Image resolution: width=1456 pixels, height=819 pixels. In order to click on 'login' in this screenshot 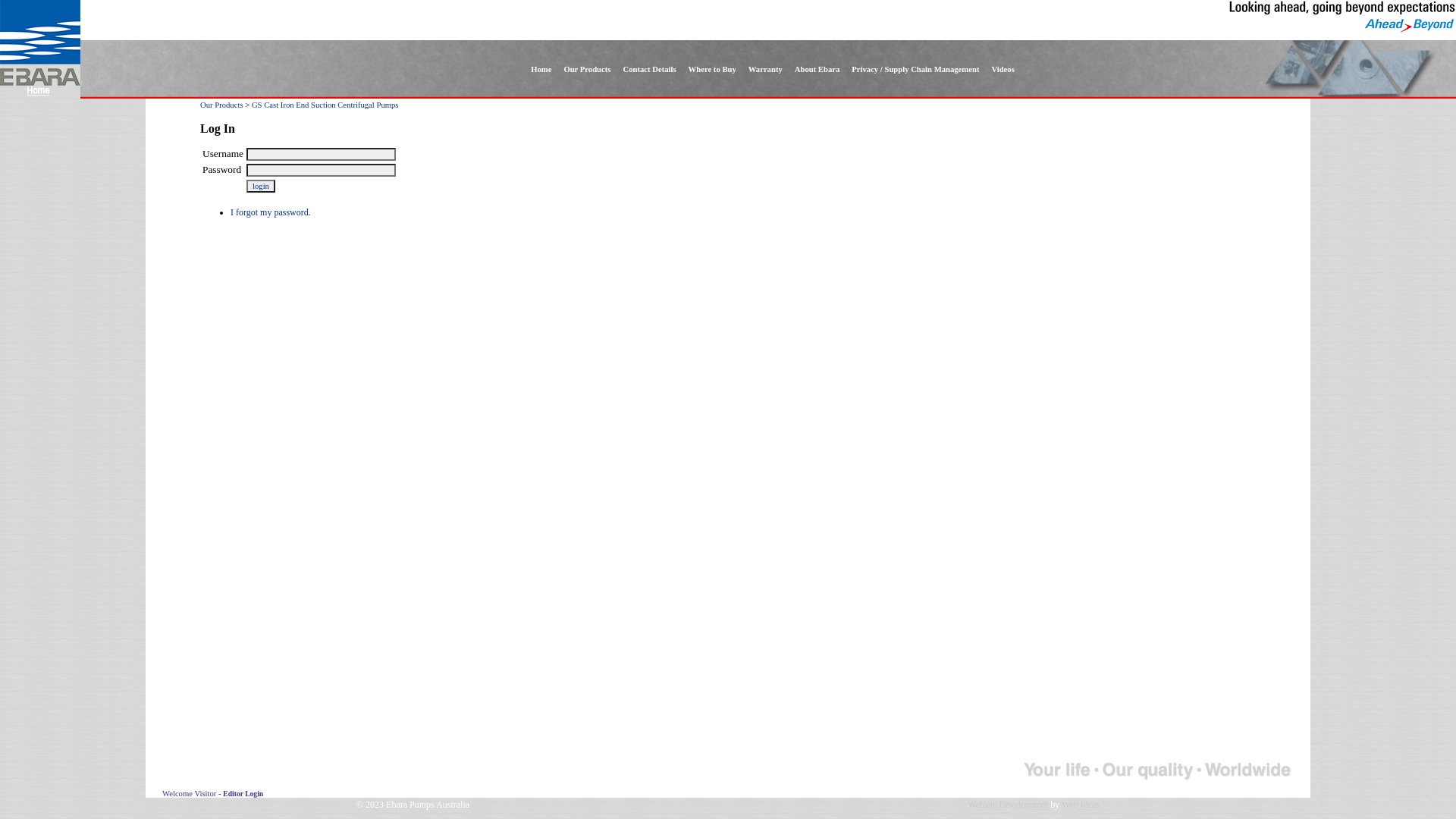, I will do `click(261, 185)`.